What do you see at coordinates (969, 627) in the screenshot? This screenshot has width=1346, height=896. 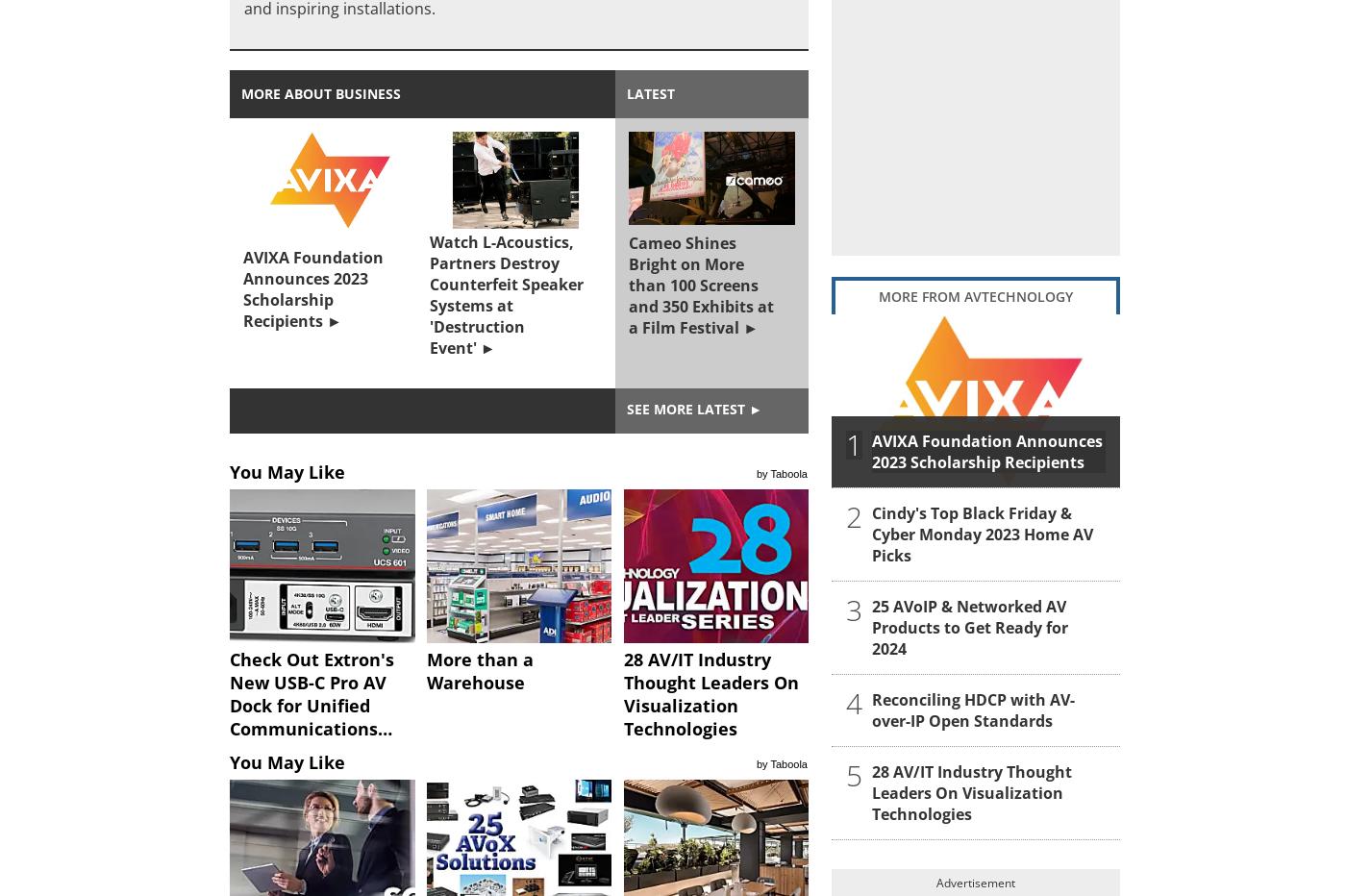 I see `'25 AVoIP & Networked AV Products to Get Ready for 2024'` at bounding box center [969, 627].